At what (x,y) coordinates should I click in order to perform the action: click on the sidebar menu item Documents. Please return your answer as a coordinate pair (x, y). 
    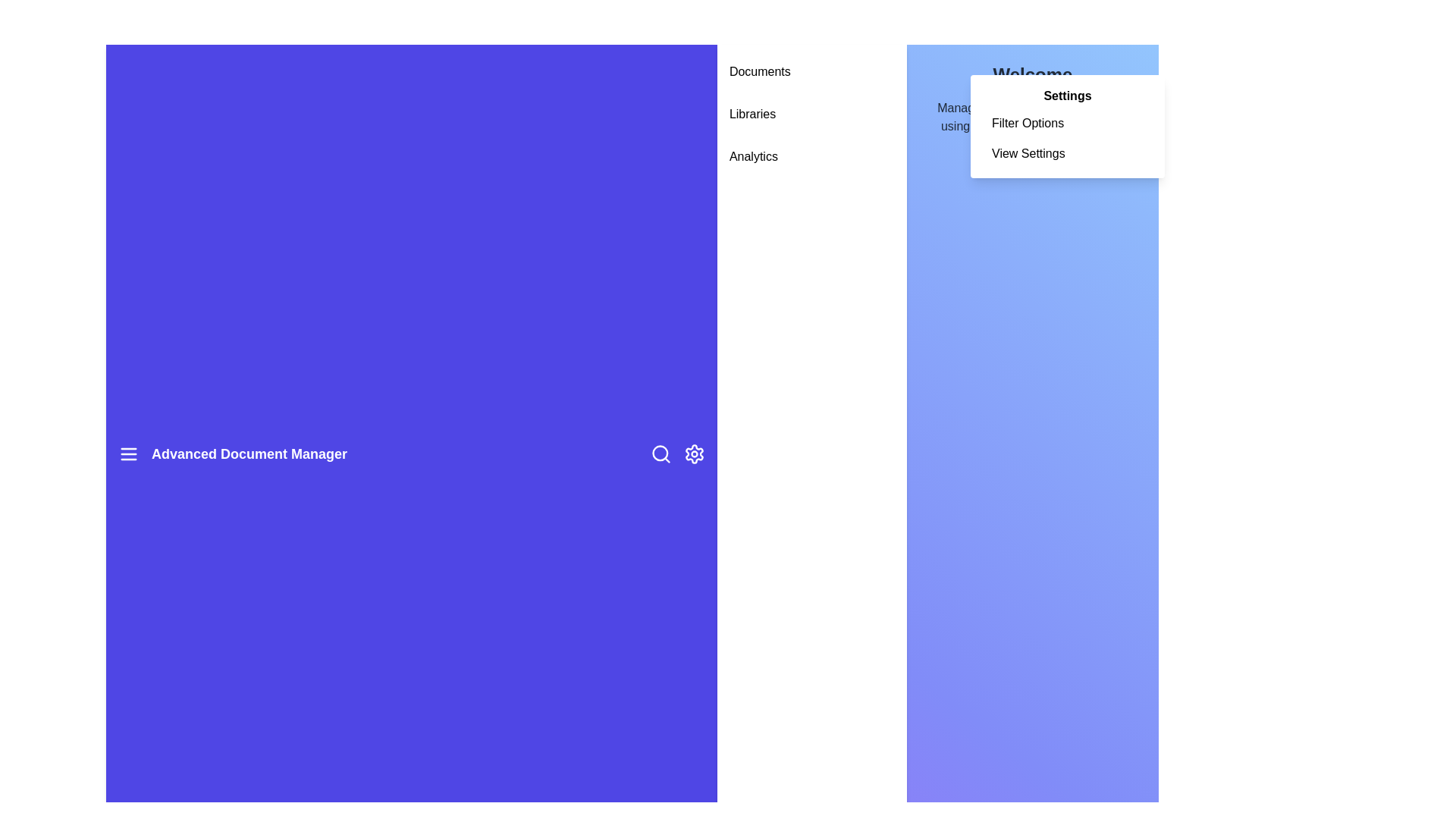
    Looking at the image, I should click on (811, 72).